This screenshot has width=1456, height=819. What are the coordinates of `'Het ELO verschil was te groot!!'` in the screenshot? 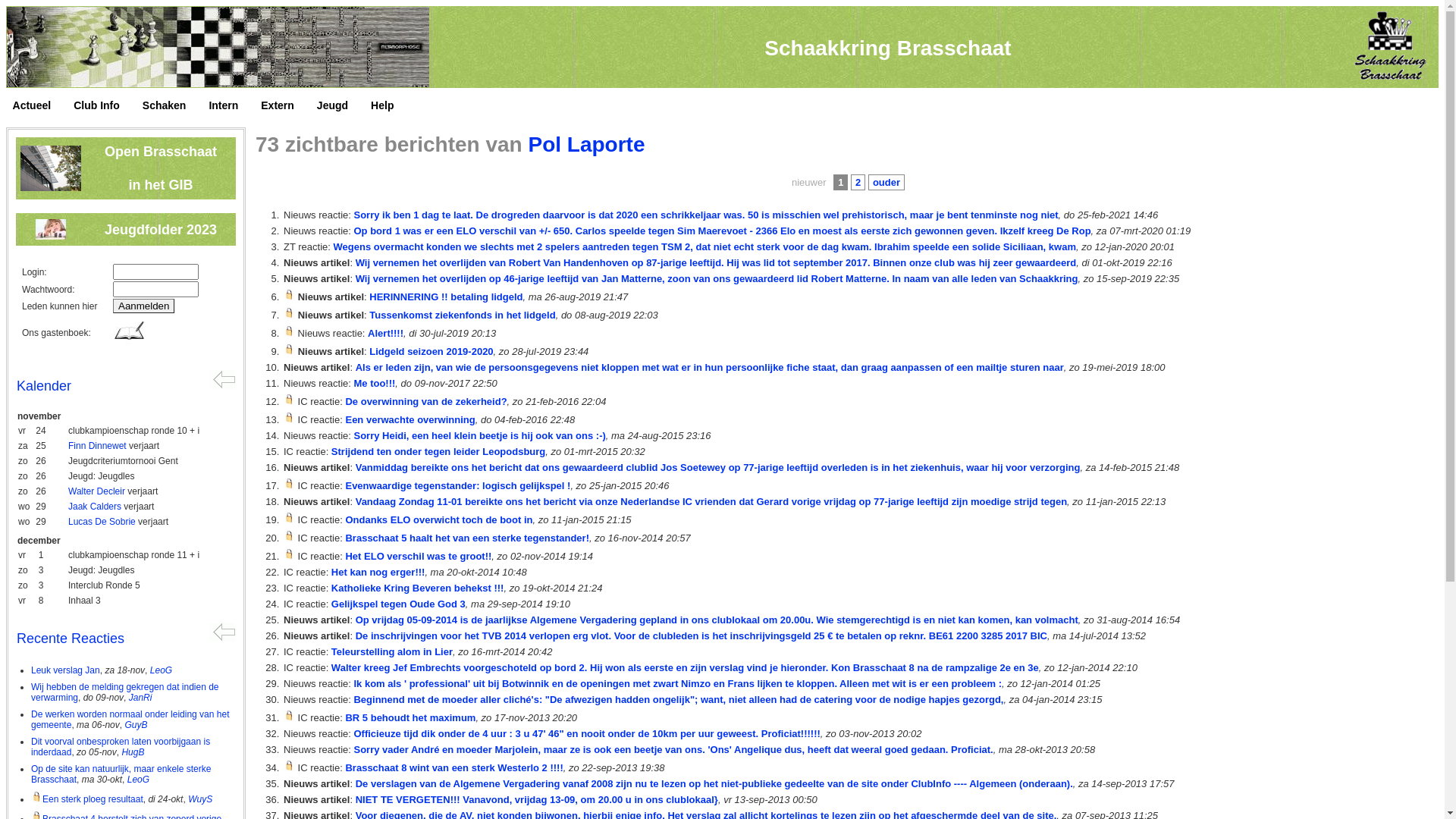 It's located at (344, 556).